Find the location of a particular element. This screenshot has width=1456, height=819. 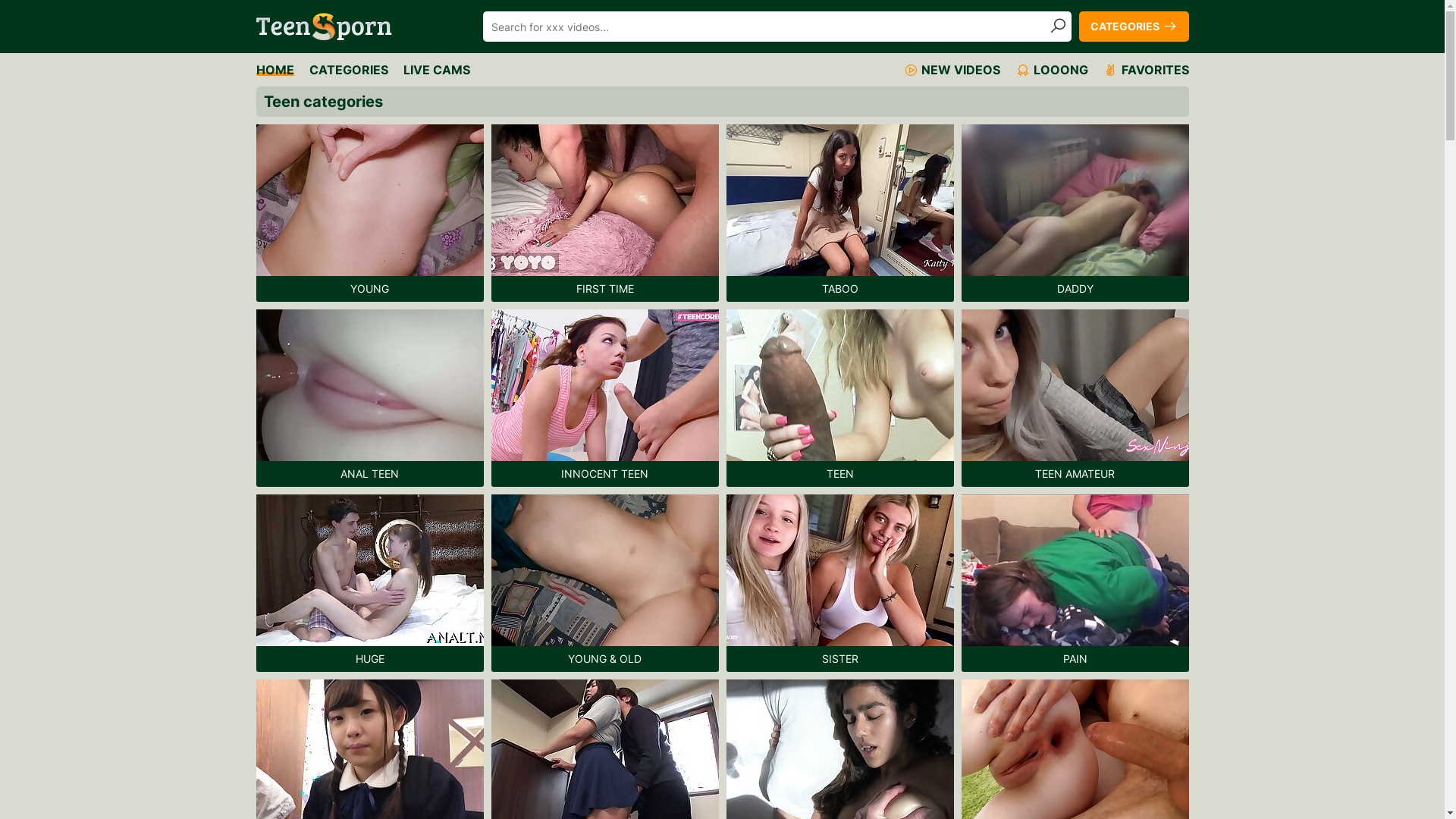

'TEEN' is located at coordinates (839, 397).